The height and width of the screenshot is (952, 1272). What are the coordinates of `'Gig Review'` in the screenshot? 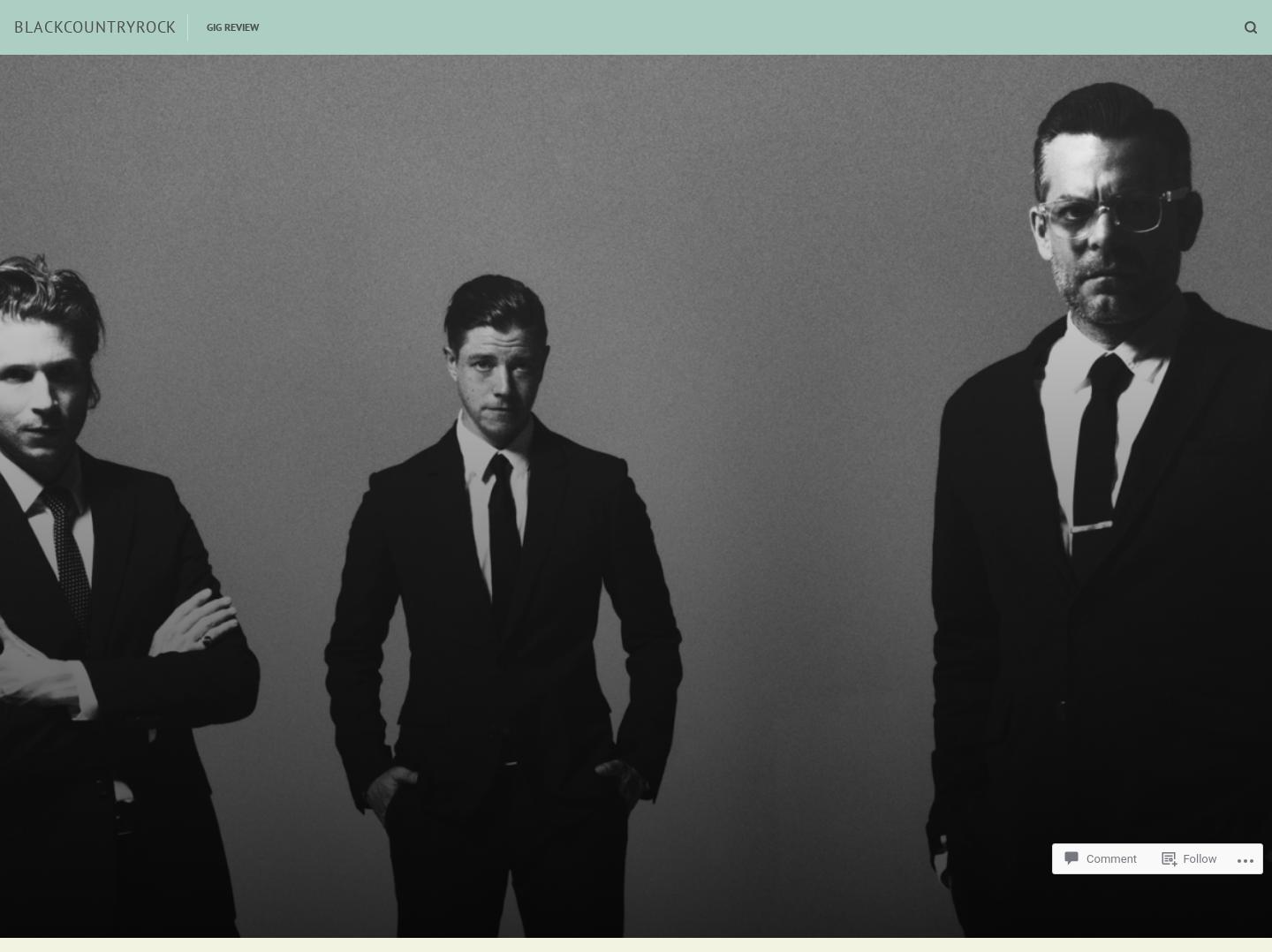 It's located at (231, 26).